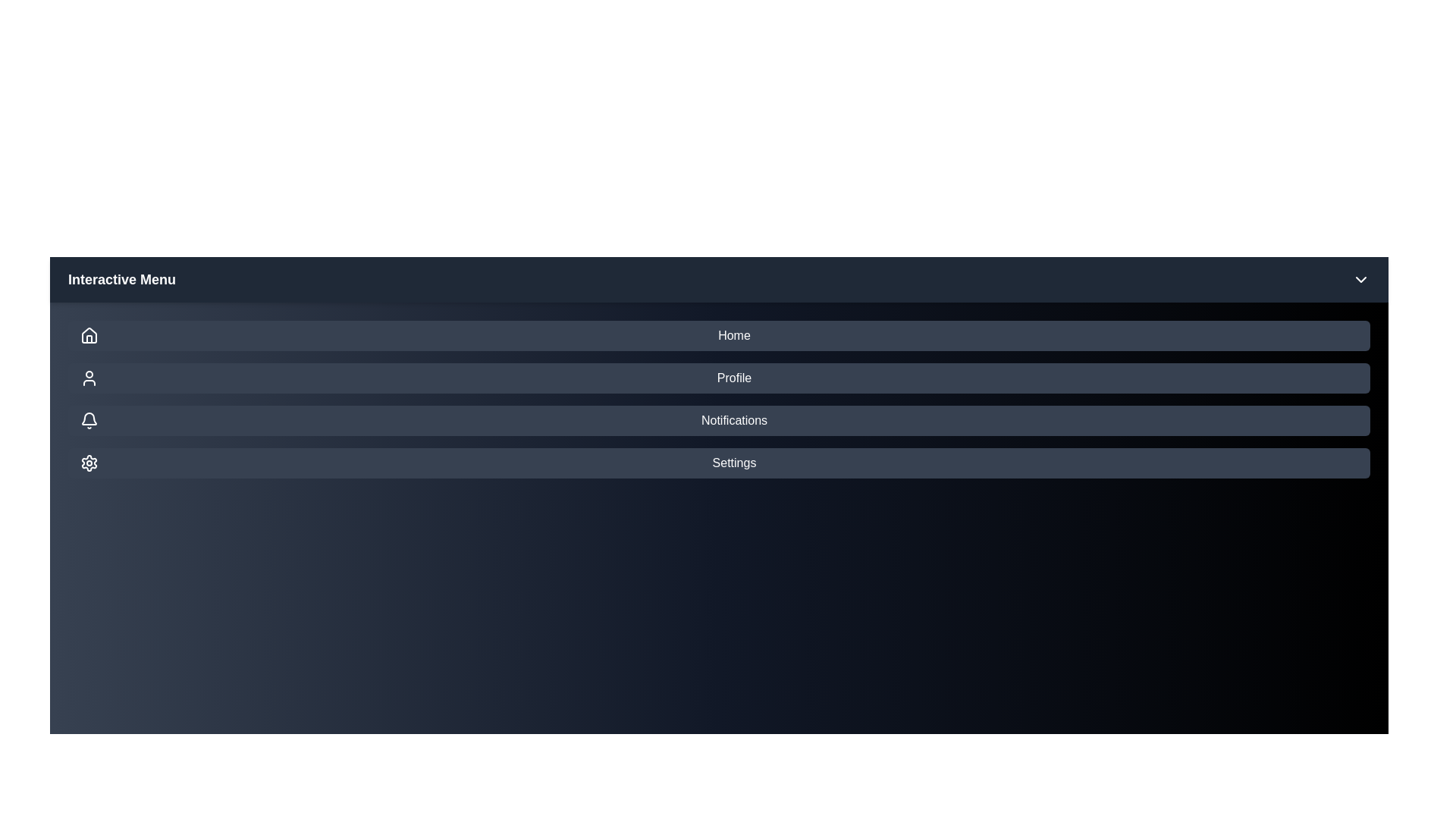 This screenshot has width=1456, height=819. Describe the element at coordinates (718, 377) in the screenshot. I see `the menu item Profile in the InteractiveMenu` at that location.